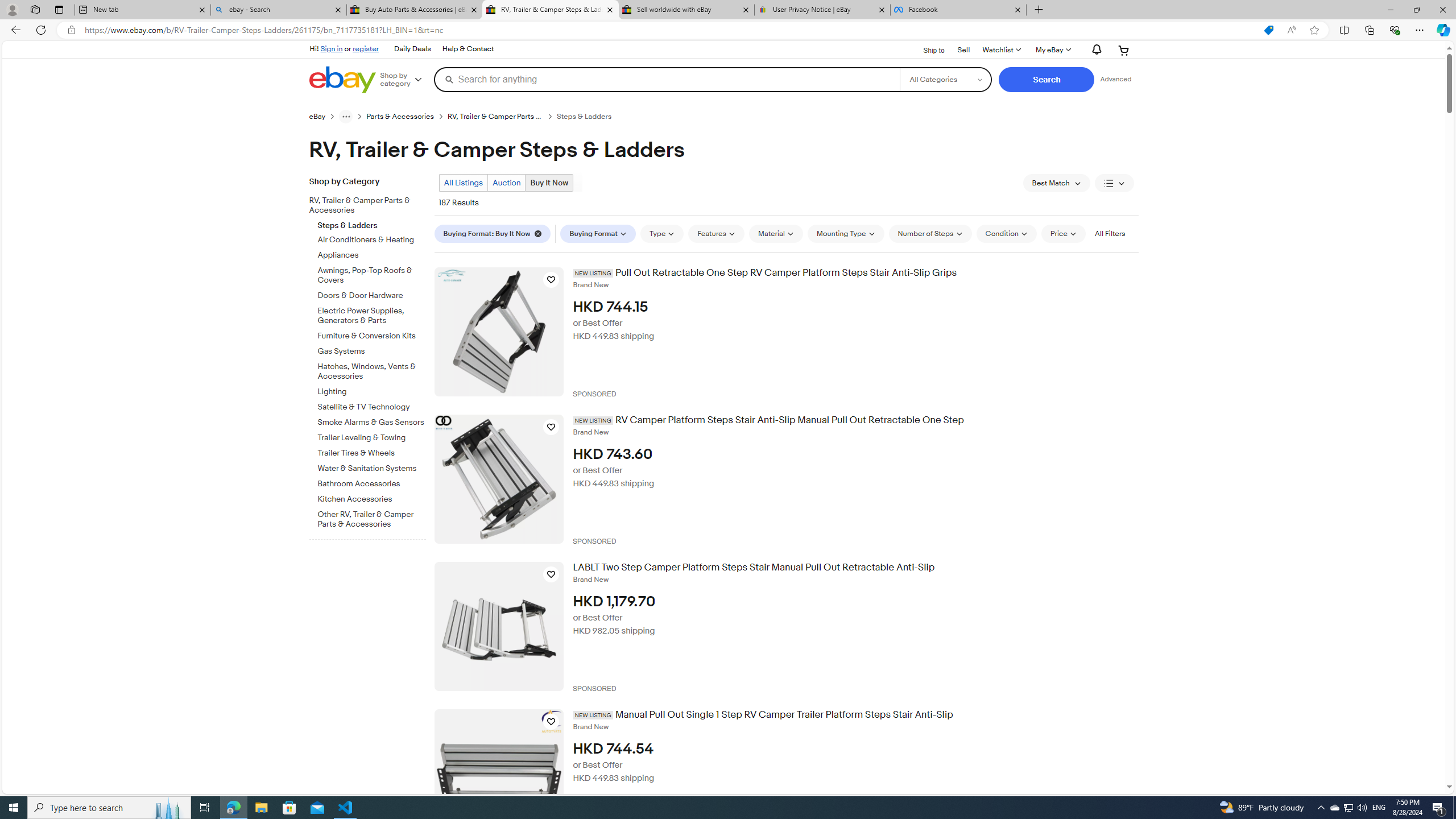  Describe the element at coordinates (929, 233) in the screenshot. I see `'Number of Steps'` at that location.